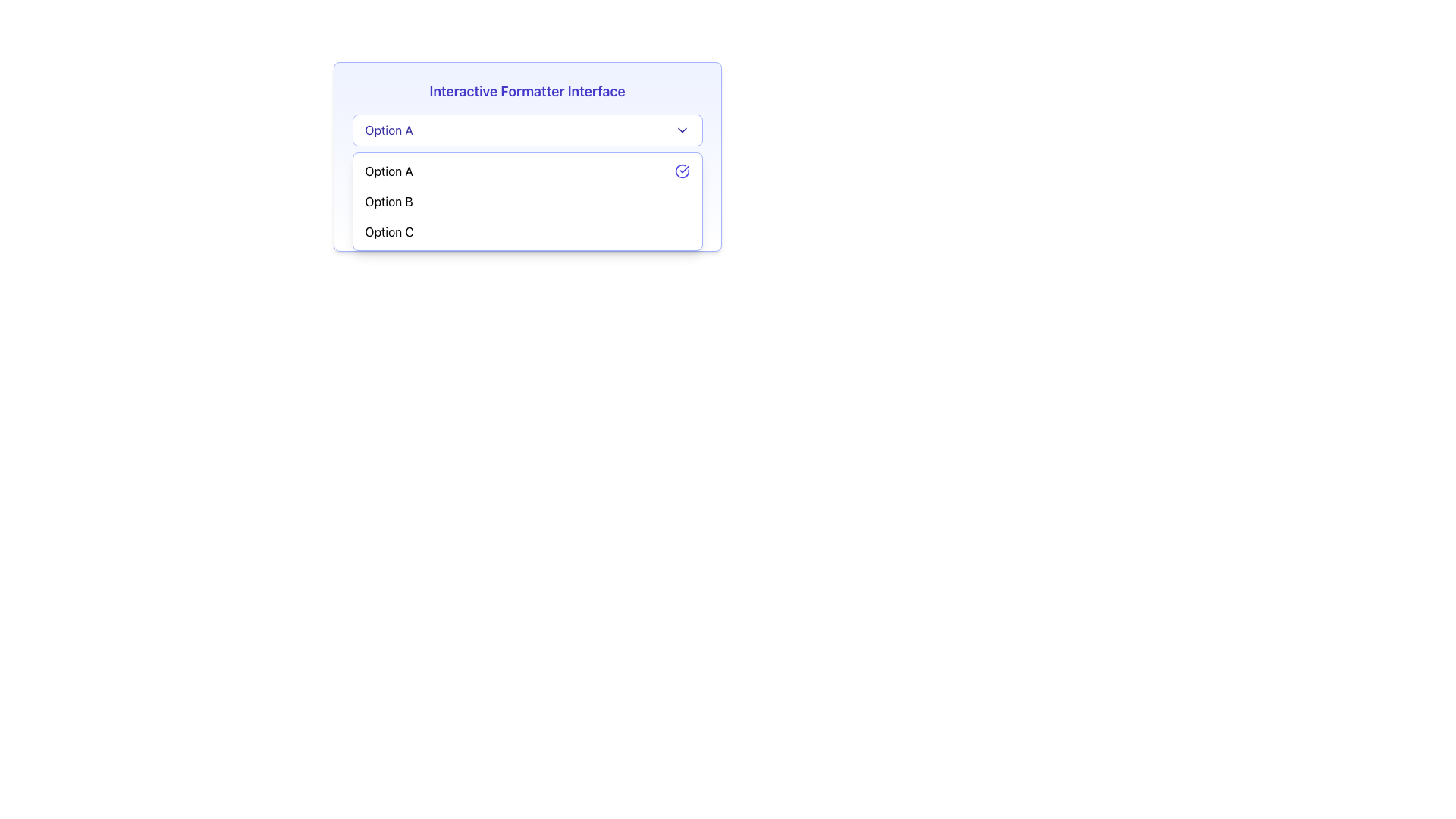  I want to click on the Text Label that serves as the title or header for the interface, positioned at the top of a panel with rounded edges and a gradient background, so click(527, 91).